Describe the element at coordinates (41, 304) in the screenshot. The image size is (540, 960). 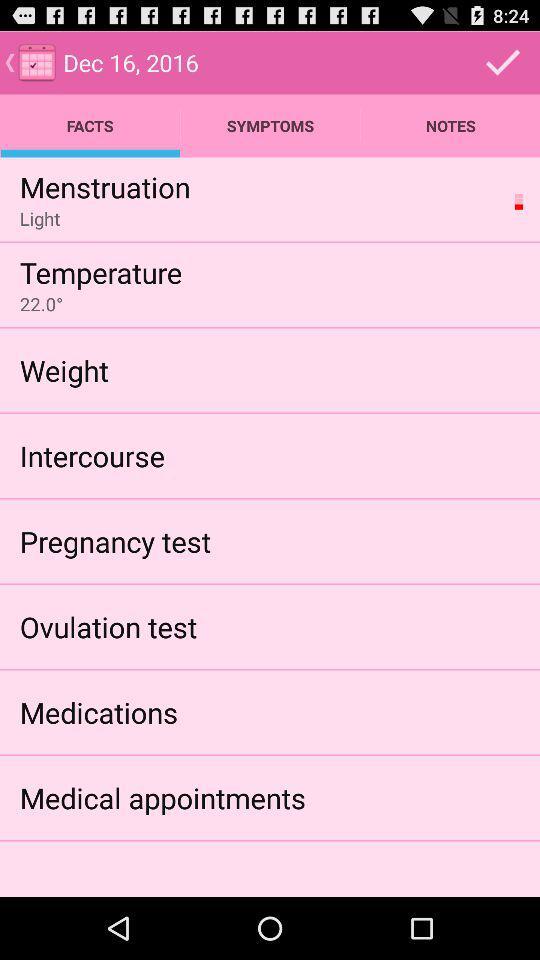
I see `icon above the weight item` at that location.